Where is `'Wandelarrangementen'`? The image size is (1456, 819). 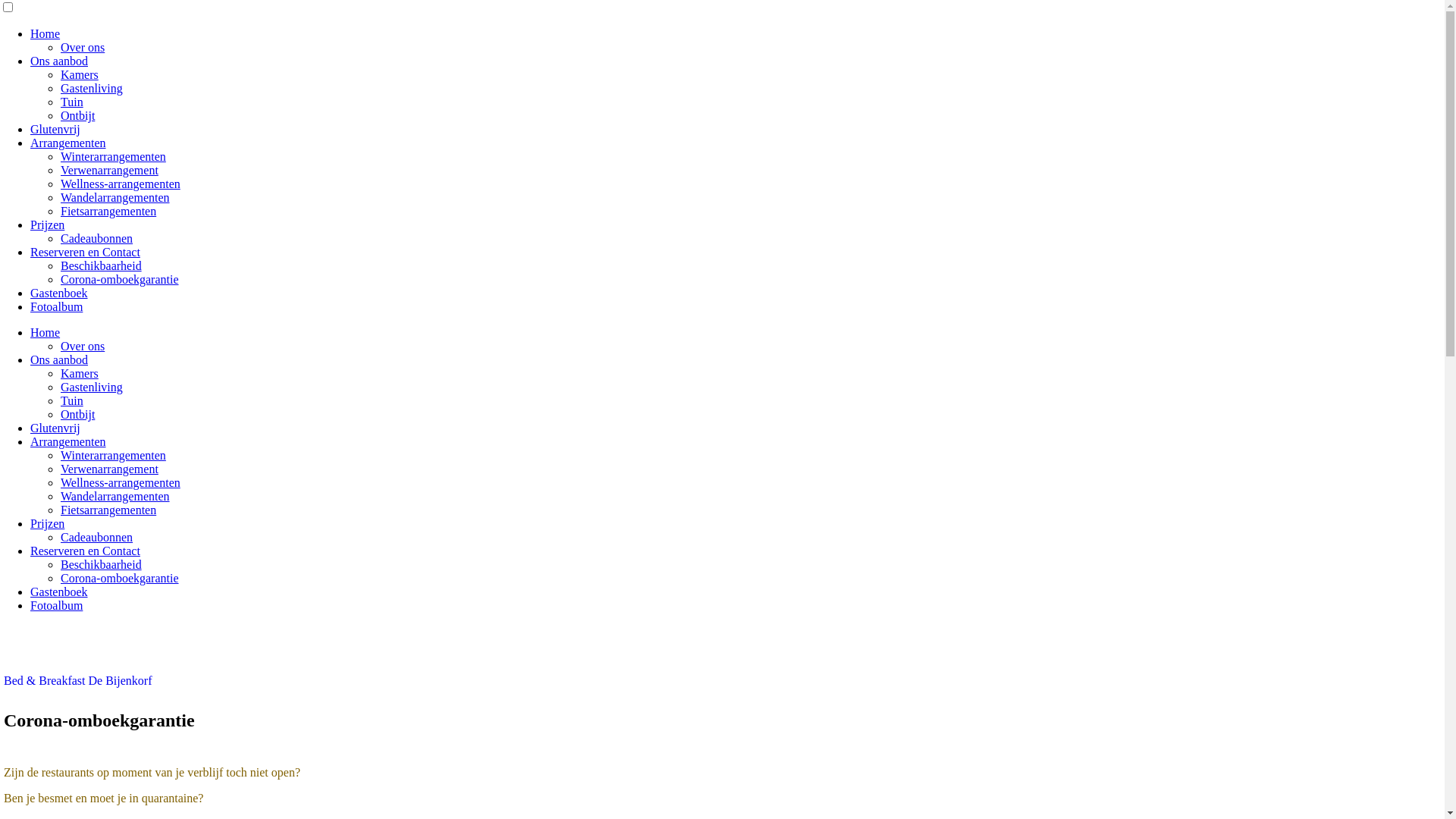 'Wandelarrangementen' is located at coordinates (115, 196).